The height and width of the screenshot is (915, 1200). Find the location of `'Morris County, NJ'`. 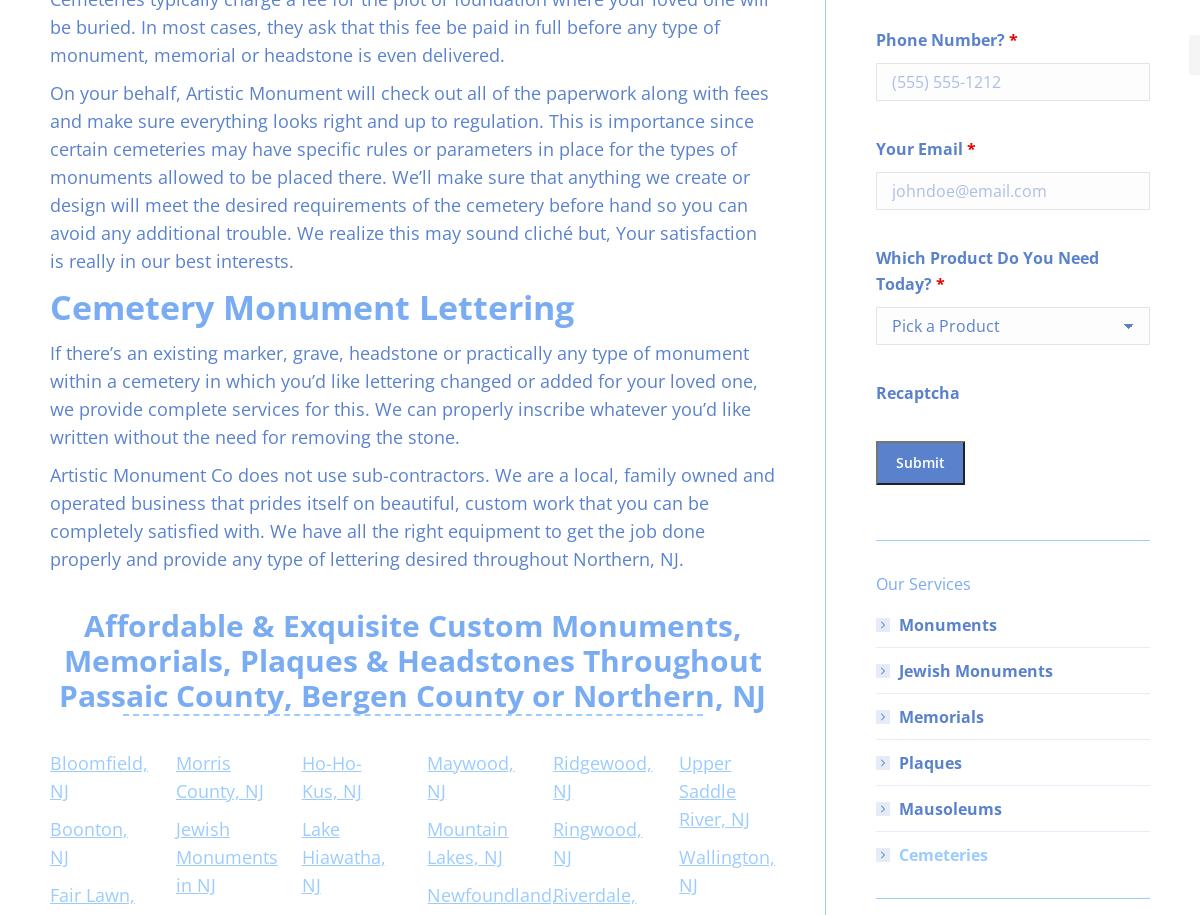

'Morris County, NJ' is located at coordinates (218, 776).